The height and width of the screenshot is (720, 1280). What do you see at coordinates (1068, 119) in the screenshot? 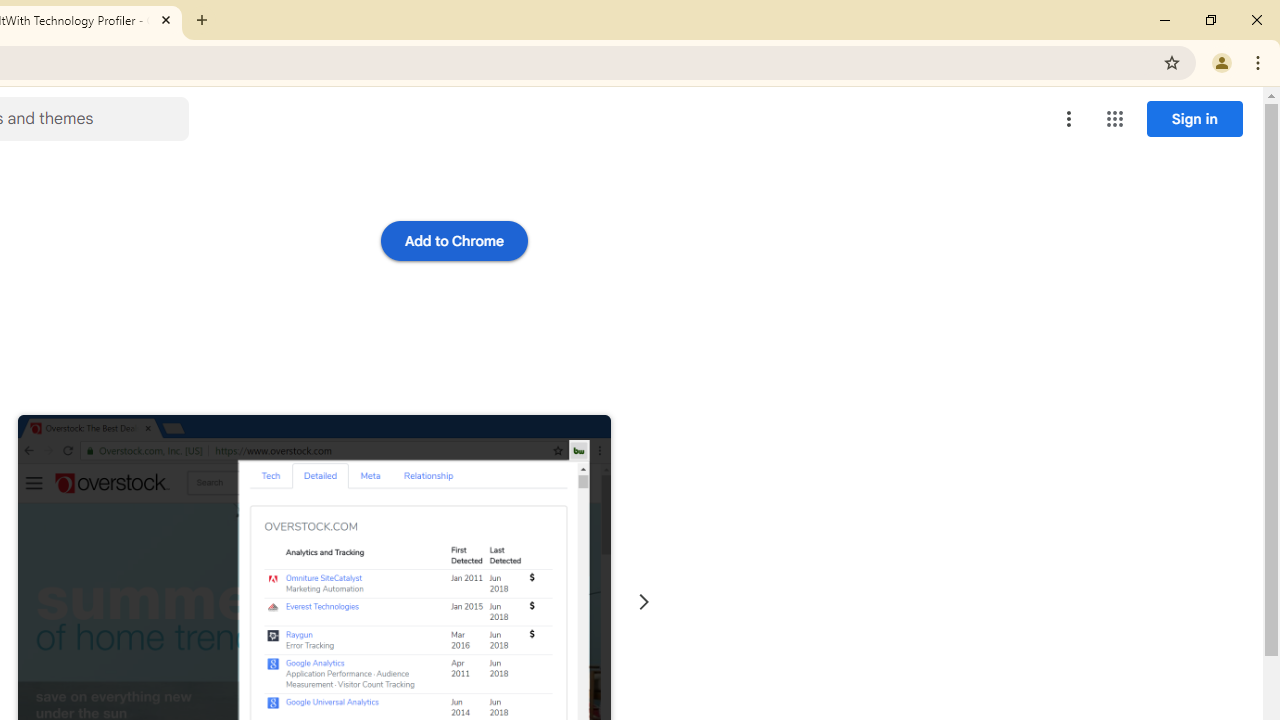
I see `'More options menu'` at bounding box center [1068, 119].